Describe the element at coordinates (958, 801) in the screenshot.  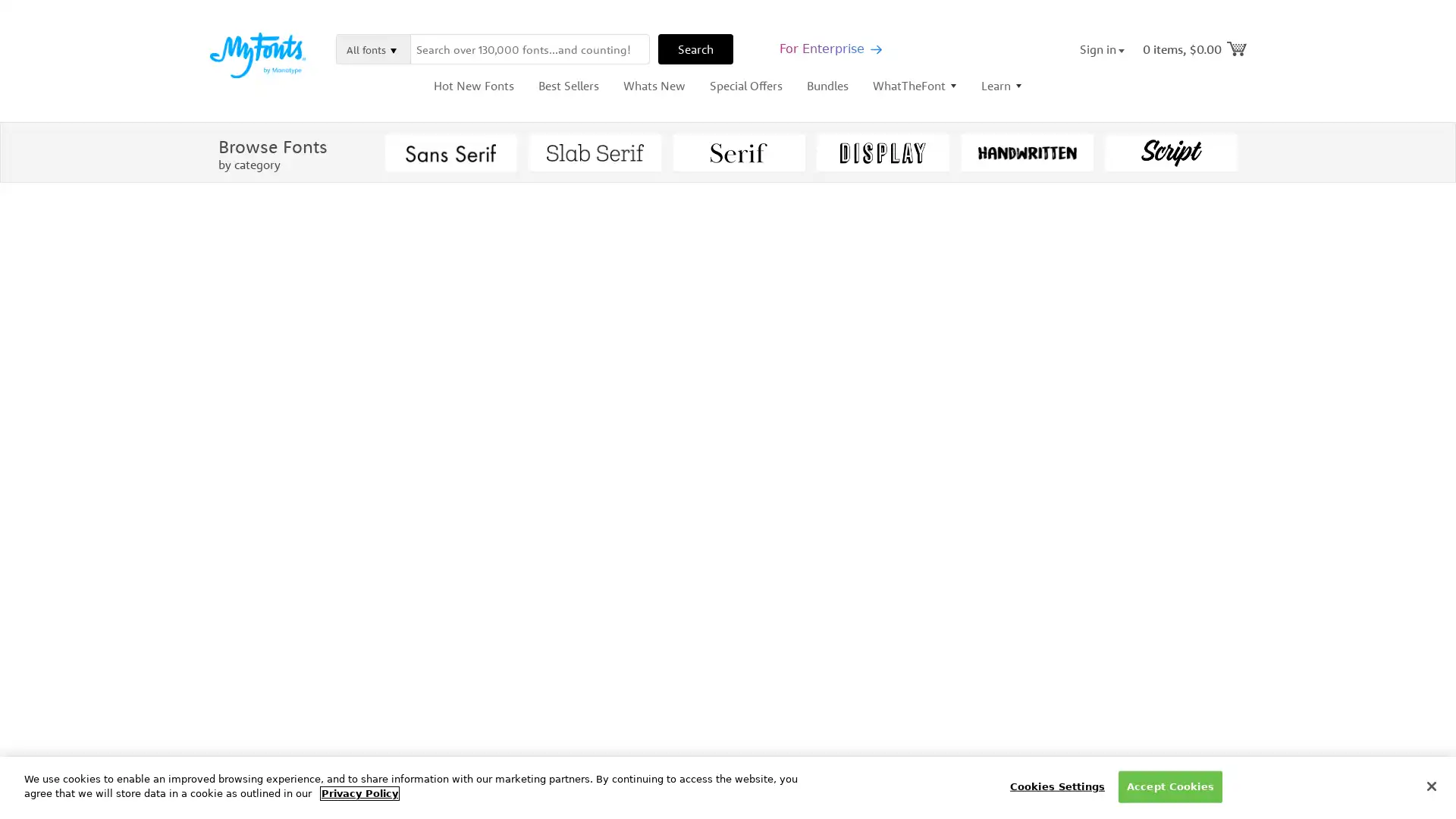
I see `Buying Choices` at that location.